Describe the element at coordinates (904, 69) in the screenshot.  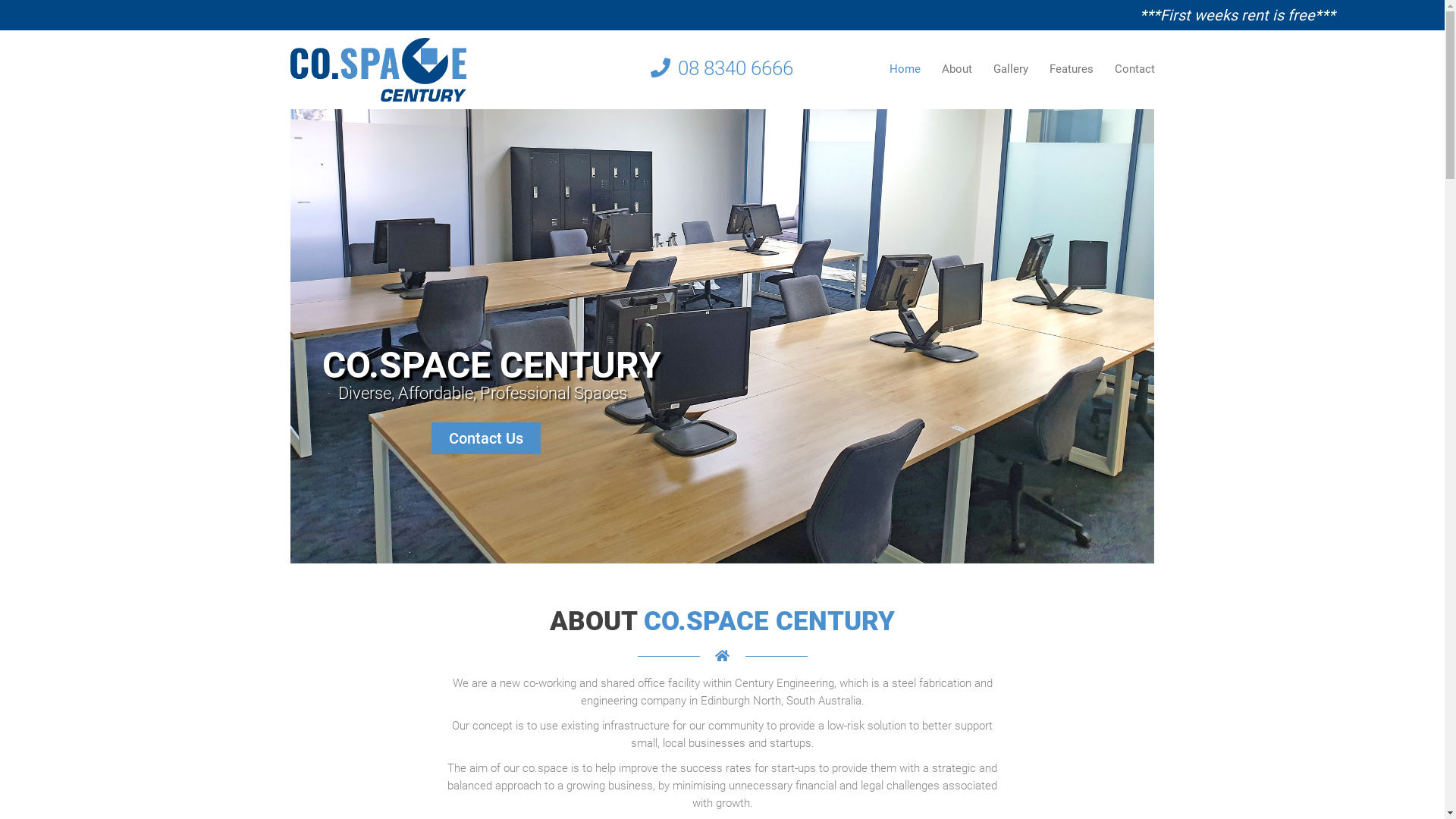
I see `'Home'` at that location.